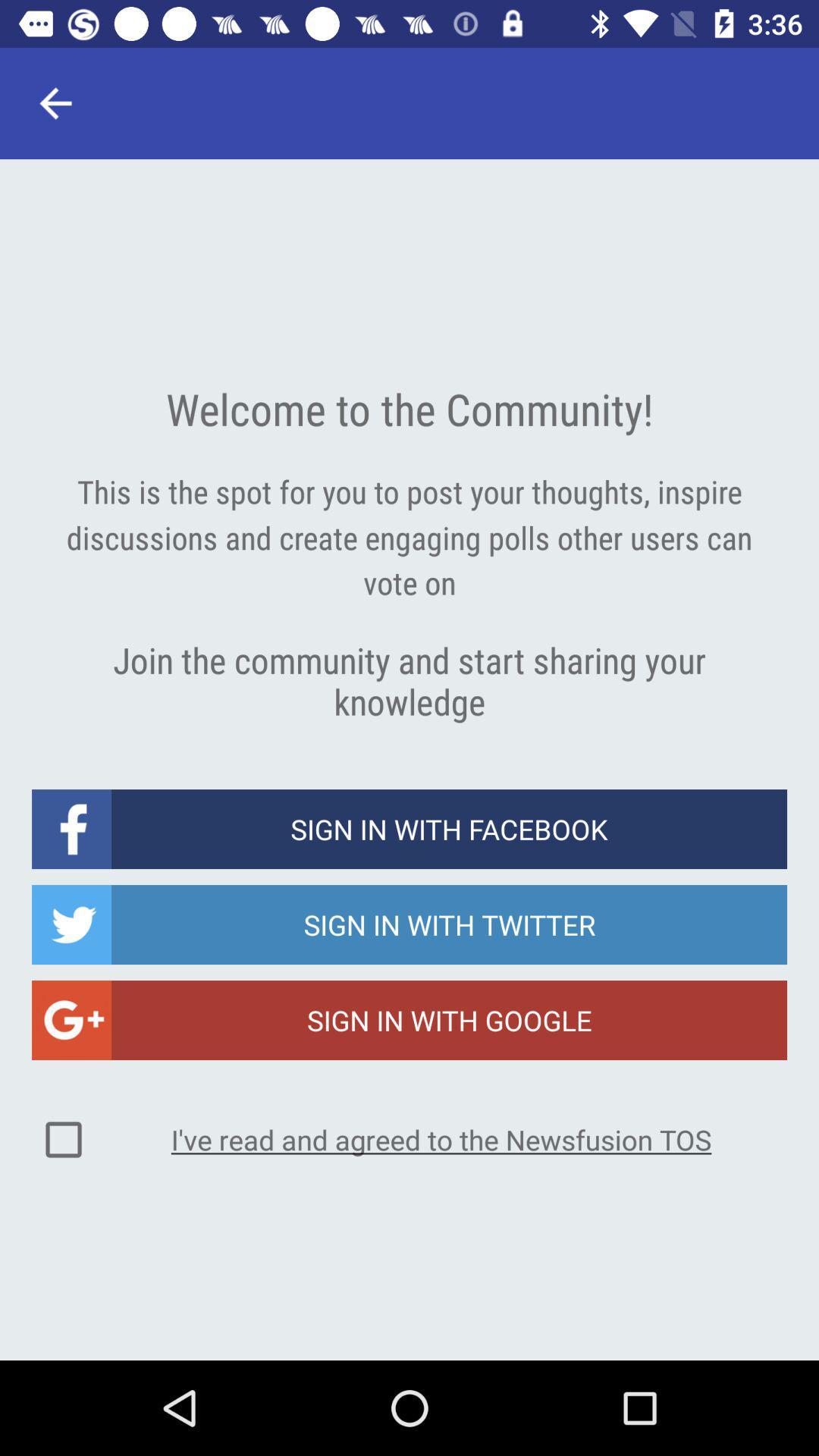 Image resolution: width=819 pixels, height=1456 pixels. What do you see at coordinates (63, 1139) in the screenshot?
I see `the icon to the left of the i ve read item` at bounding box center [63, 1139].